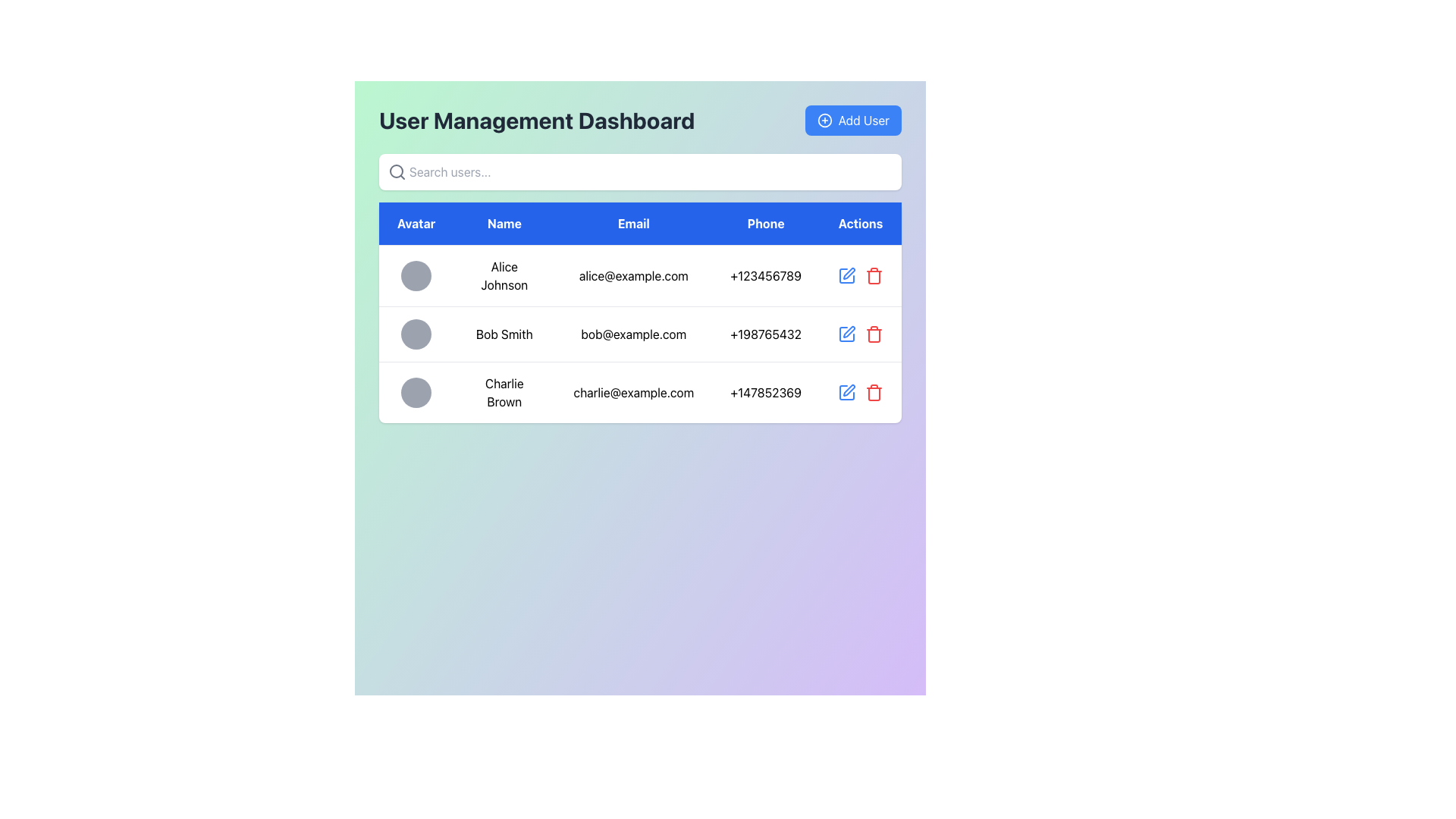  What do you see at coordinates (846, 333) in the screenshot?
I see `the blue pencil icon representing the 'edit' action in the actions column for the user with the email 'bob@example.com'` at bounding box center [846, 333].